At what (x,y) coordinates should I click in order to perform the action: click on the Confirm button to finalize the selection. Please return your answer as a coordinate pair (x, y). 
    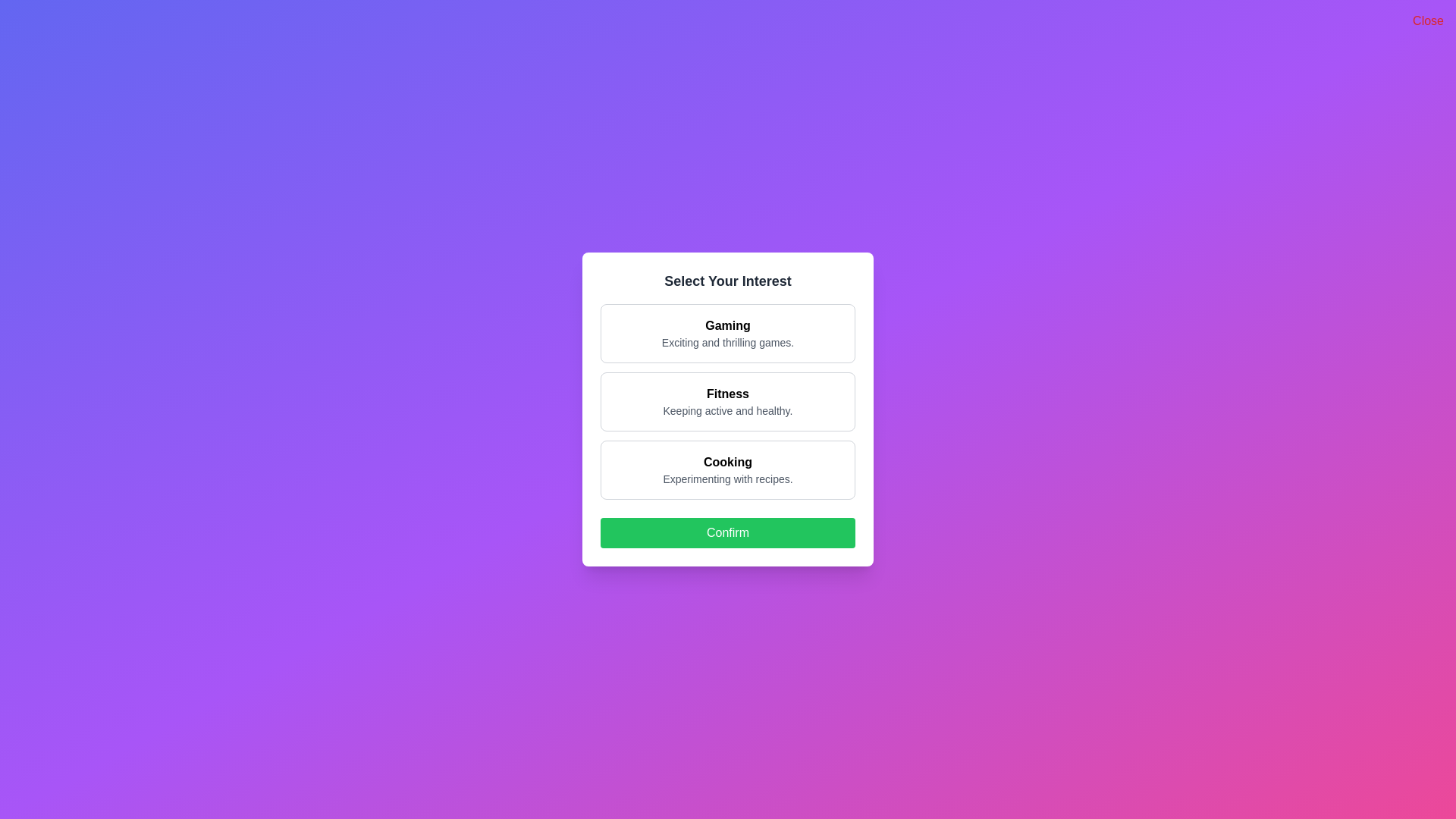
    Looking at the image, I should click on (728, 532).